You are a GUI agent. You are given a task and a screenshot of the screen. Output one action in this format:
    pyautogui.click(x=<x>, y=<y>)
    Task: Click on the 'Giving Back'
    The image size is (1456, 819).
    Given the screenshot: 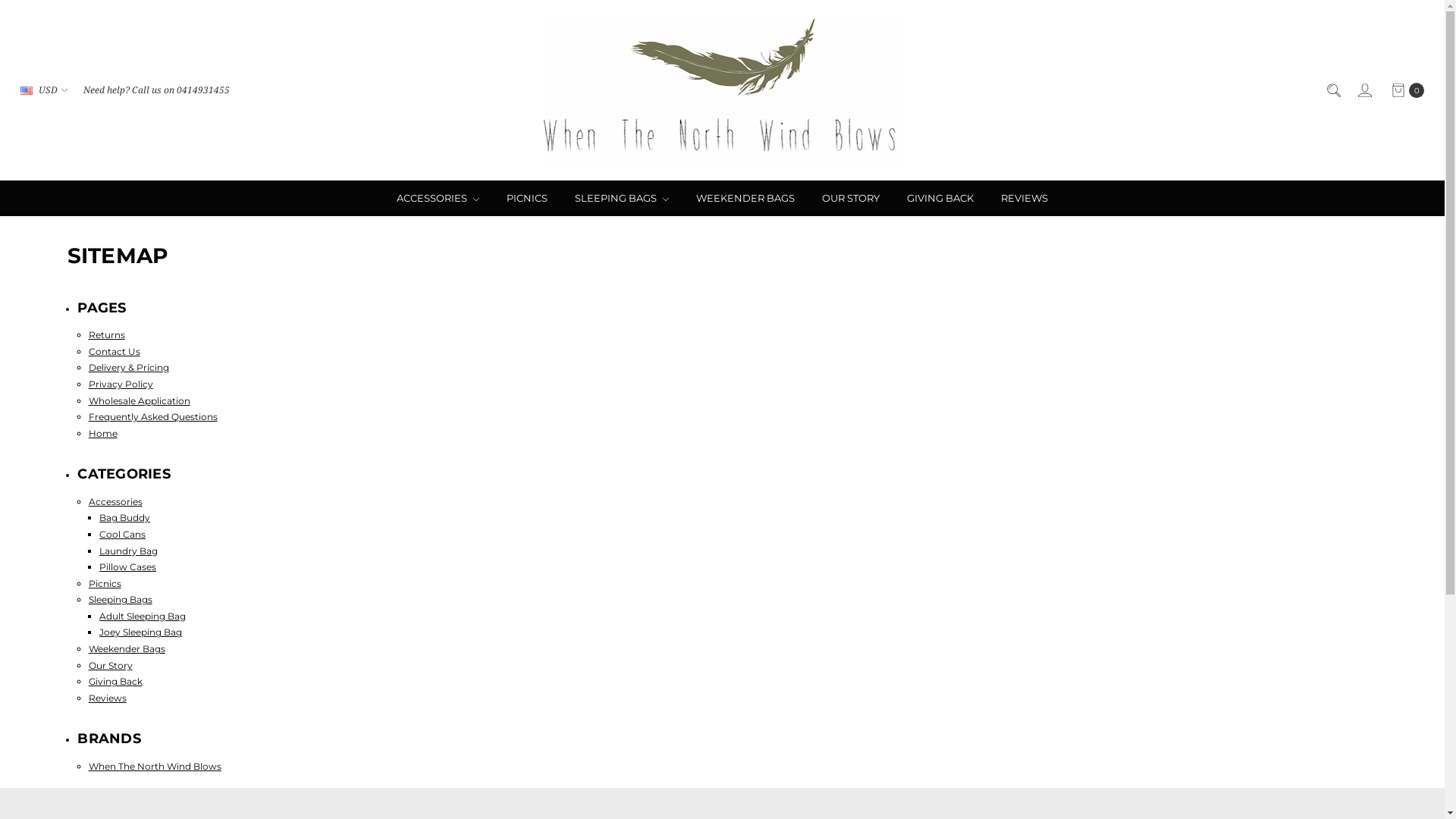 What is the action you would take?
    pyautogui.click(x=115, y=680)
    